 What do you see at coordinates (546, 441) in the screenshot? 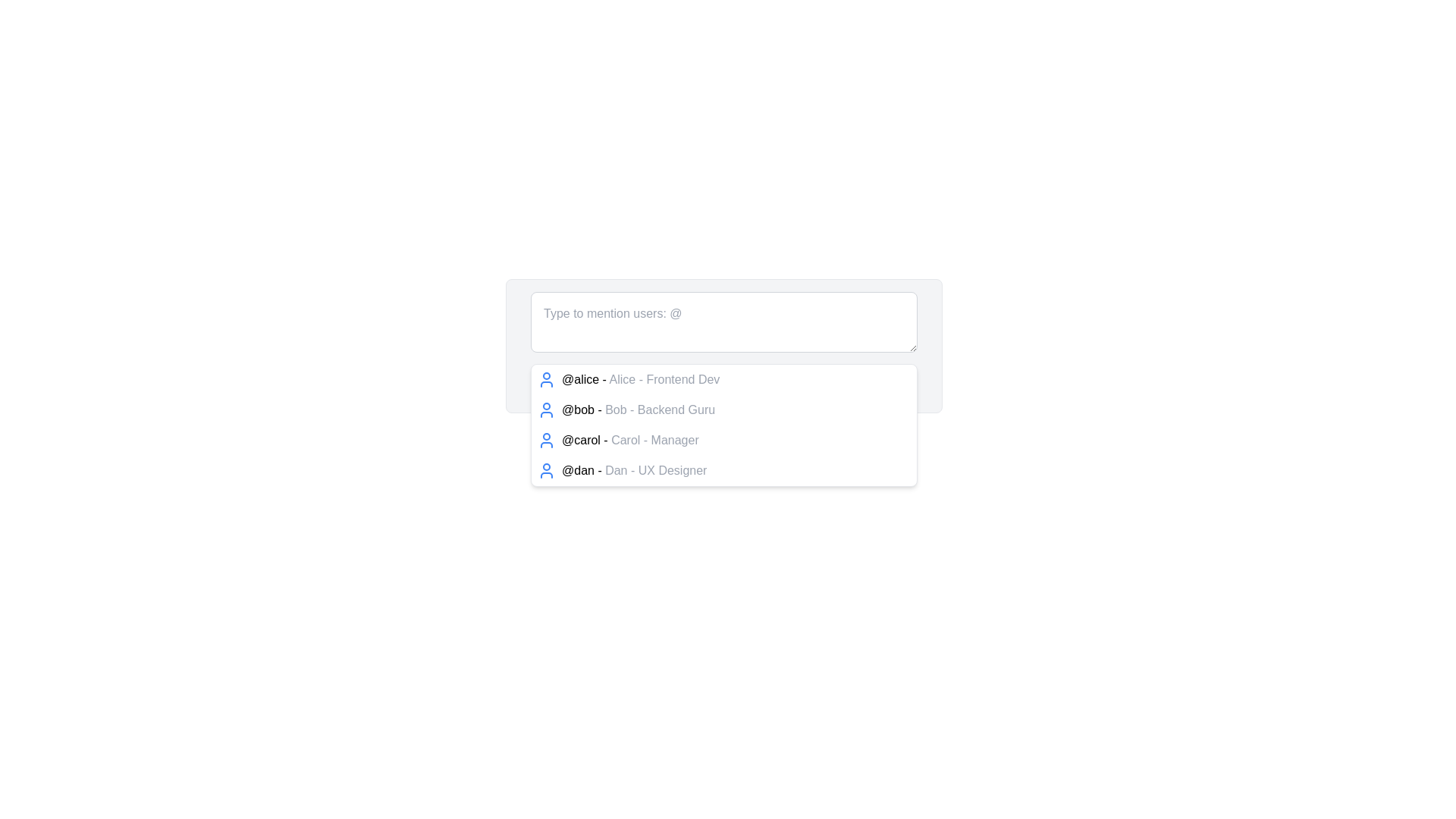
I see `the blue outline person icon located at the start of the list item for '@carol - Carol - Manager'` at bounding box center [546, 441].